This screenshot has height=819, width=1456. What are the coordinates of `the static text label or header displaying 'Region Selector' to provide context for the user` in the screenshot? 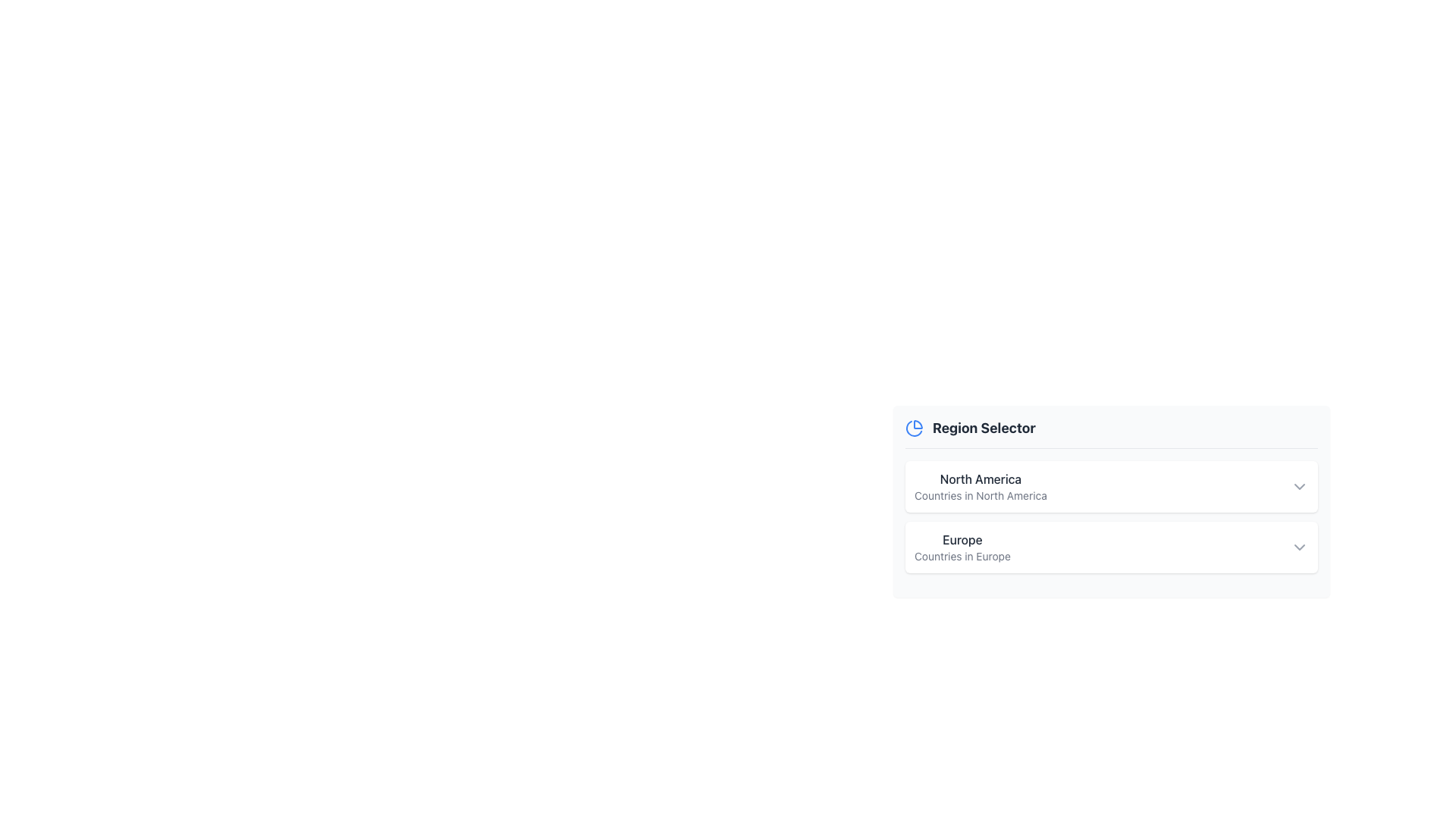 It's located at (984, 428).